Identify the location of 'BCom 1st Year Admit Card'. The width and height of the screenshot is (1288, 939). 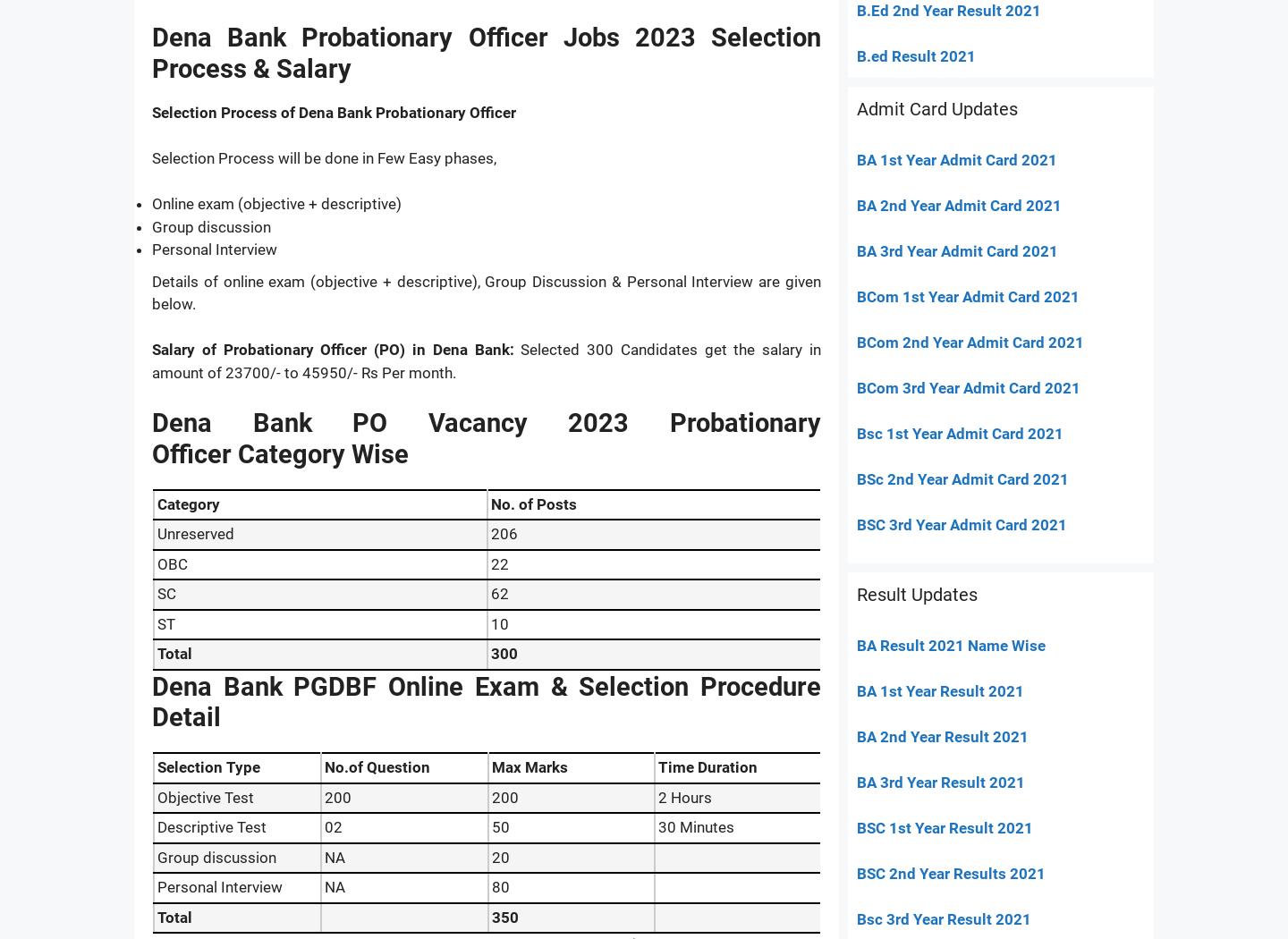
(948, 295).